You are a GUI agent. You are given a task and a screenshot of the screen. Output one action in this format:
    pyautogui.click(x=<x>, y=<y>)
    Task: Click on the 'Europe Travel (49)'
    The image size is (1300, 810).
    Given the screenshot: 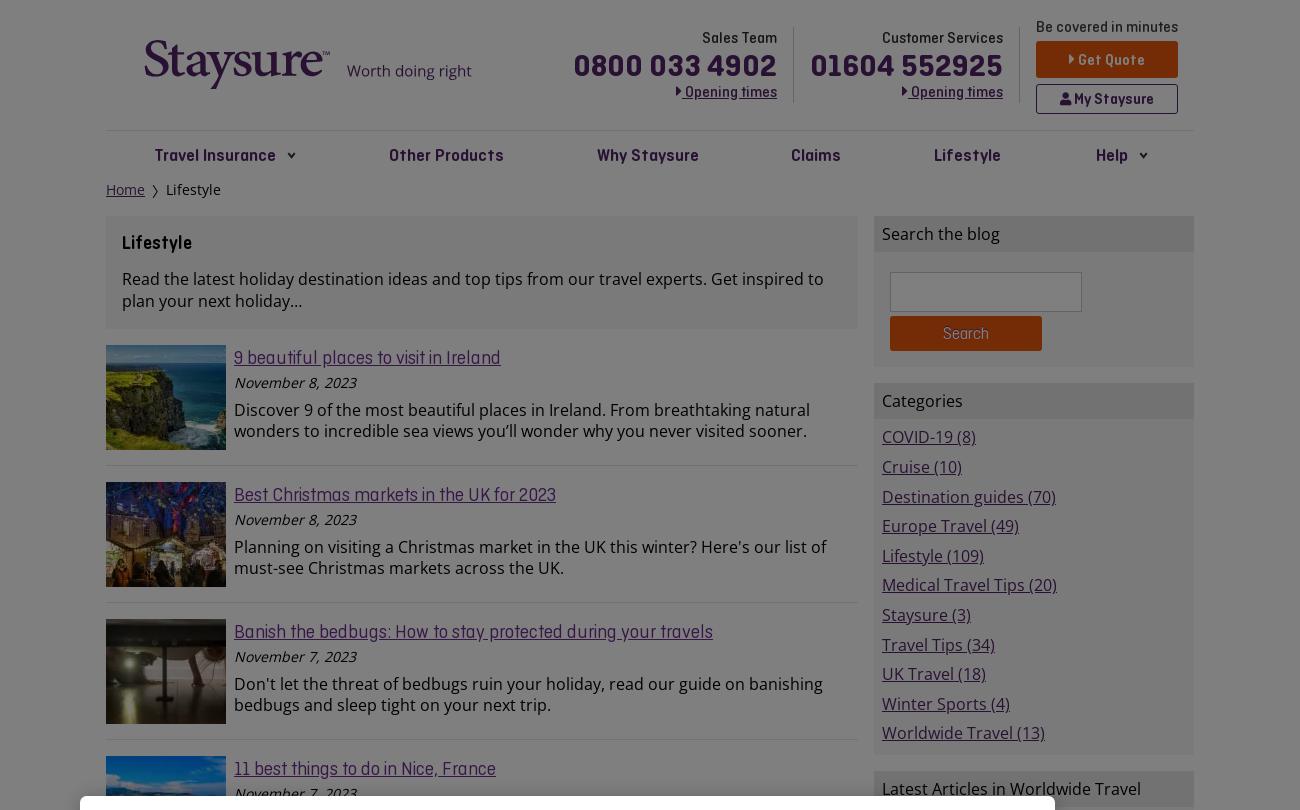 What is the action you would take?
    pyautogui.click(x=950, y=526)
    